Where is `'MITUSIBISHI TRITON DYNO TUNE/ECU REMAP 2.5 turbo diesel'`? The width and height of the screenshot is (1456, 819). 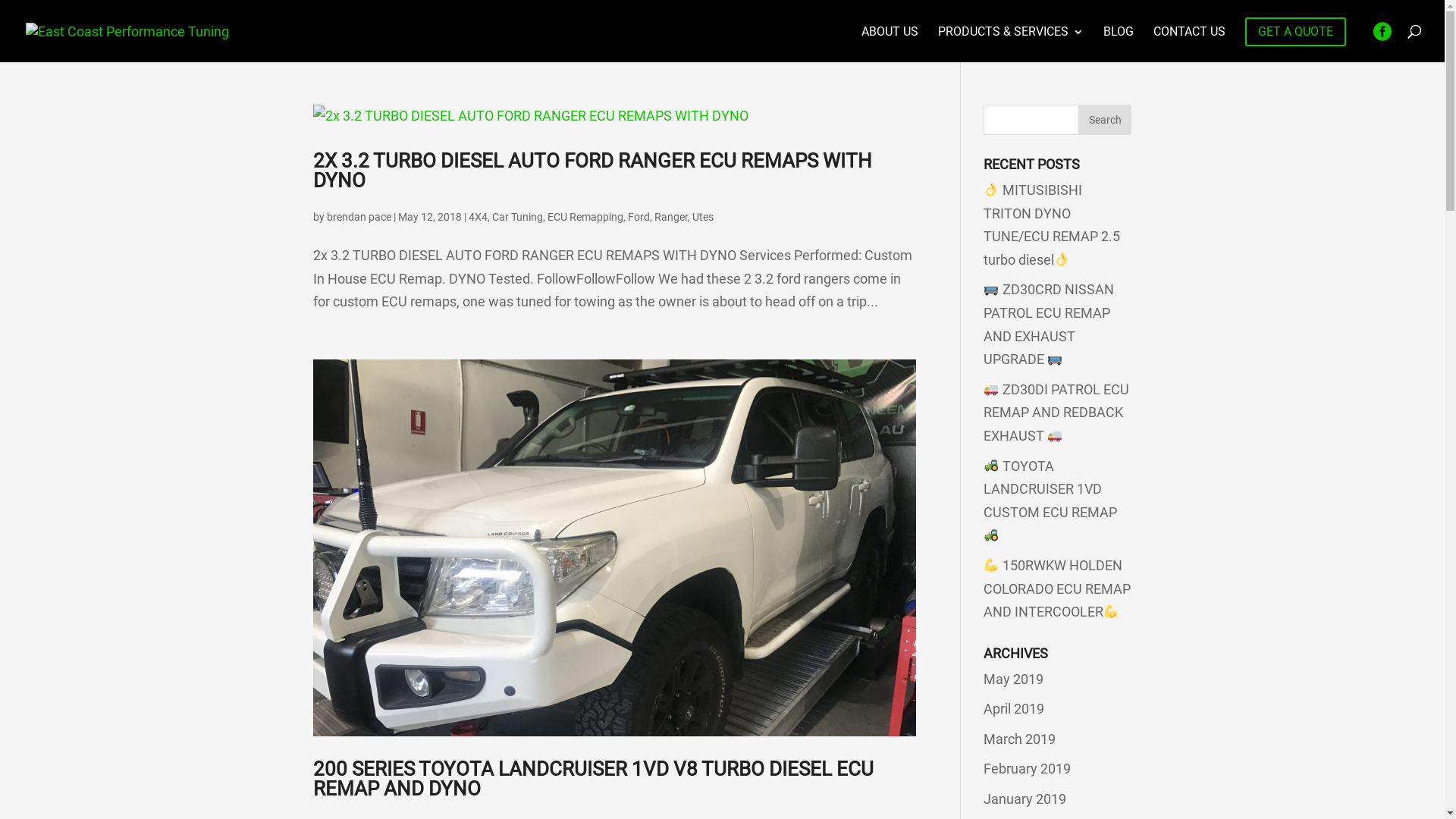
'MITUSIBISHI TRITON DYNO TUNE/ECU REMAP 2.5 turbo diesel' is located at coordinates (1051, 224).